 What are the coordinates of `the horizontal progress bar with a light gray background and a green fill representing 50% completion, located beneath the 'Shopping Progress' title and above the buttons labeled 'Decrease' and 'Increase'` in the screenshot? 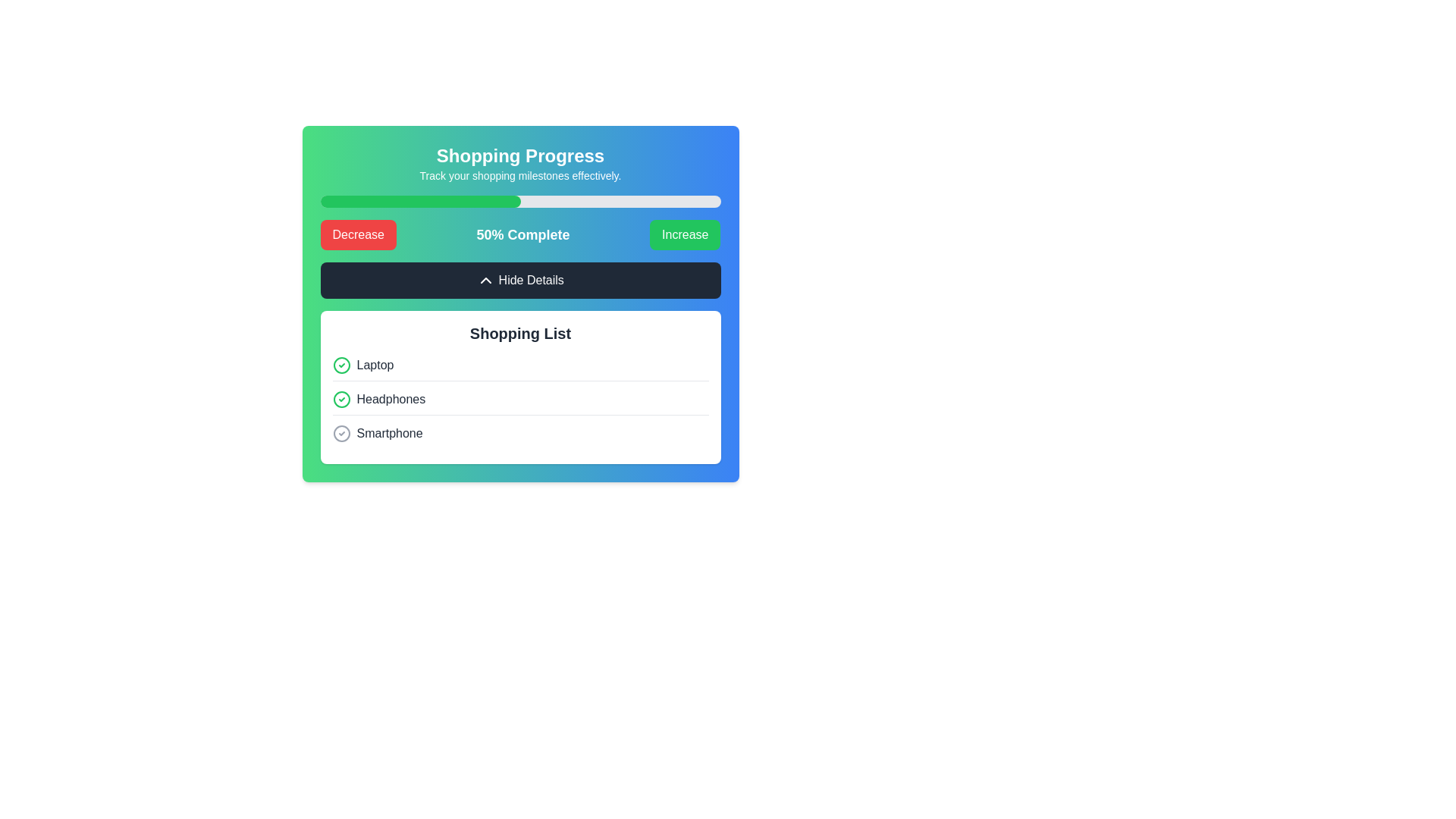 It's located at (520, 201).